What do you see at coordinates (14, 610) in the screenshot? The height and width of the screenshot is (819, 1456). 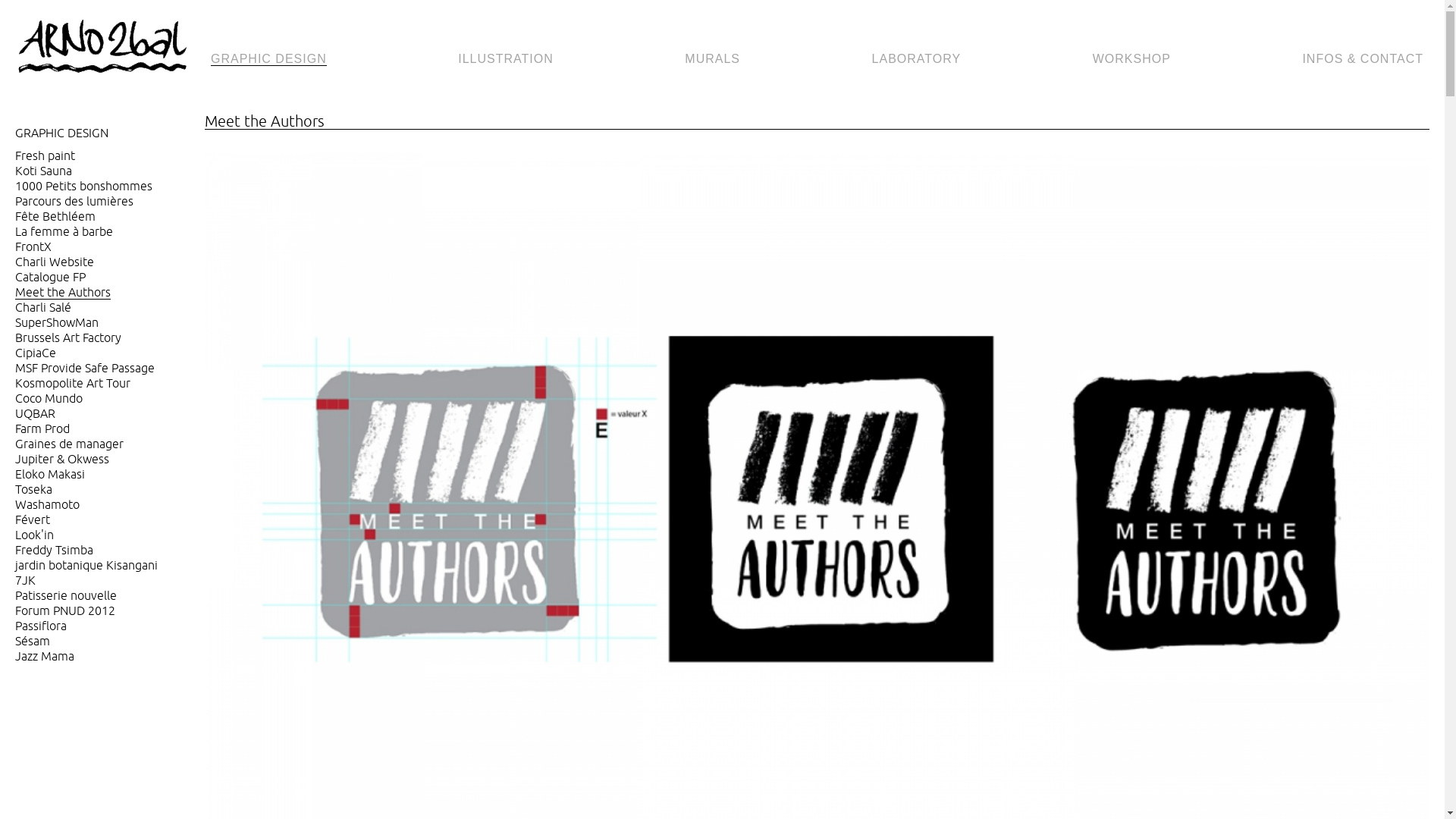 I see `'Forum PNUD 2012'` at bounding box center [14, 610].